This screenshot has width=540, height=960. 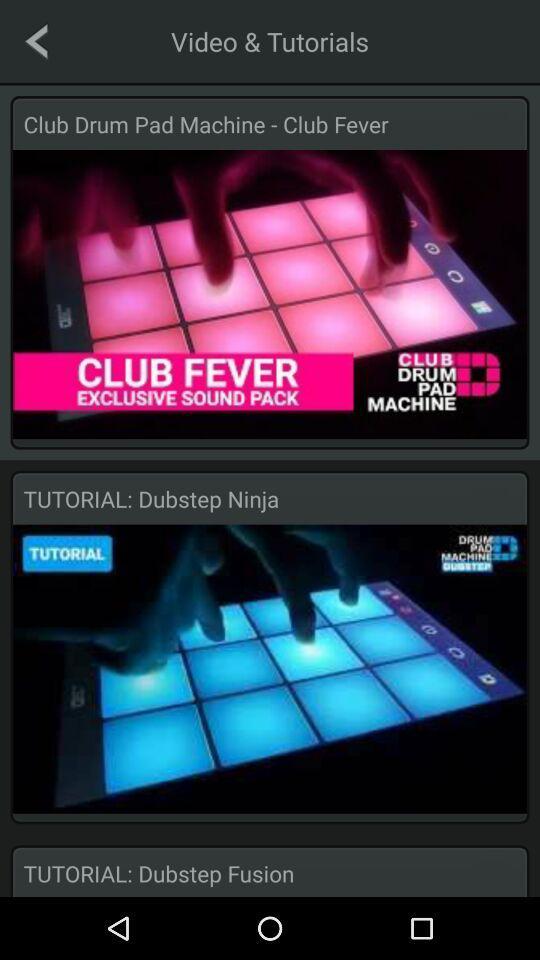 I want to click on previous, so click(x=36, y=40).